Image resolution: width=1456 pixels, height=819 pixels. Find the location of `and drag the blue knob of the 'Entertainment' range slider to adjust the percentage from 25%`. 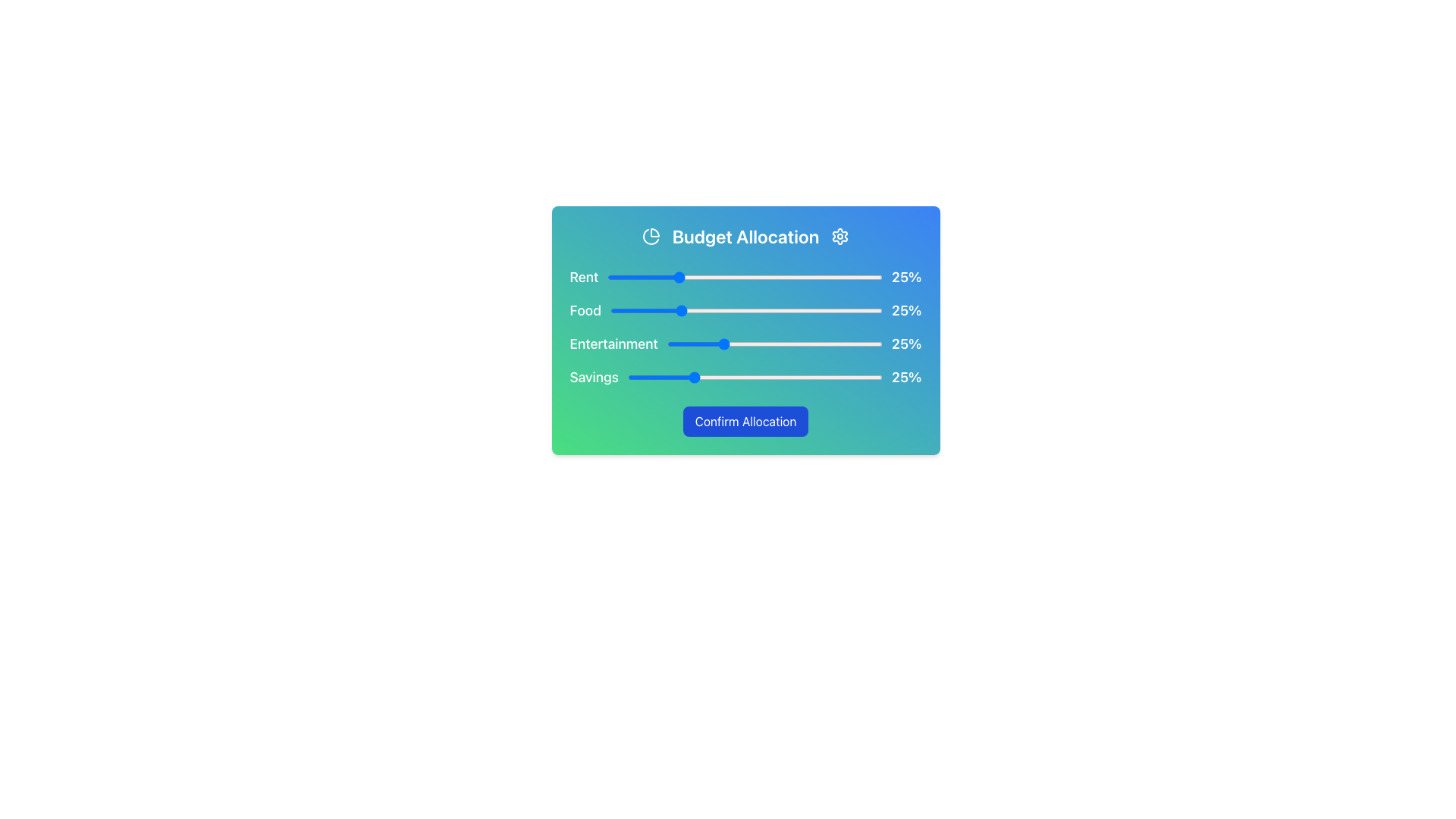

and drag the blue knob of the 'Entertainment' range slider to adjust the percentage from 25% is located at coordinates (775, 344).